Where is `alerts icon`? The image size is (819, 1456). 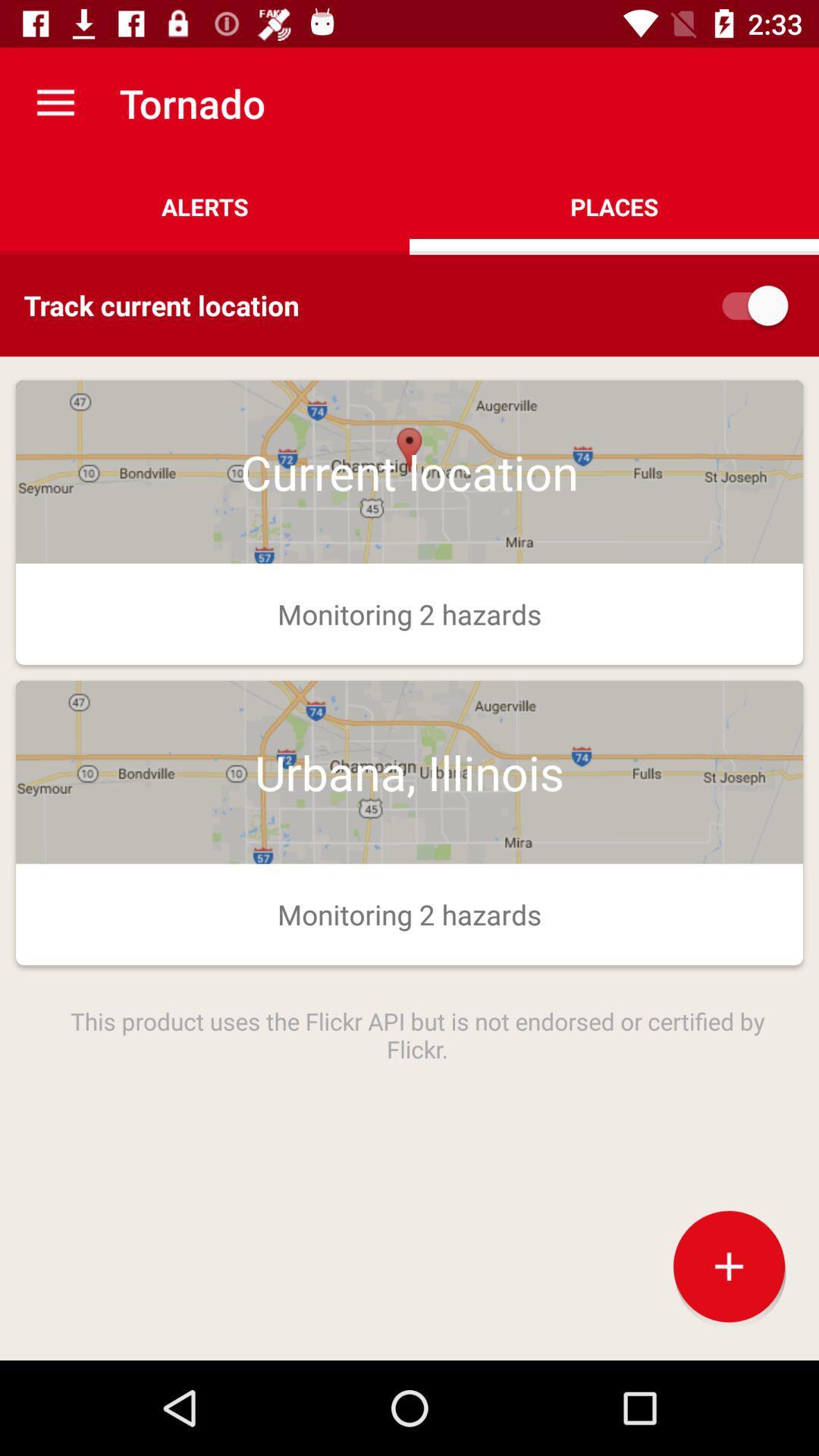
alerts icon is located at coordinates (205, 206).